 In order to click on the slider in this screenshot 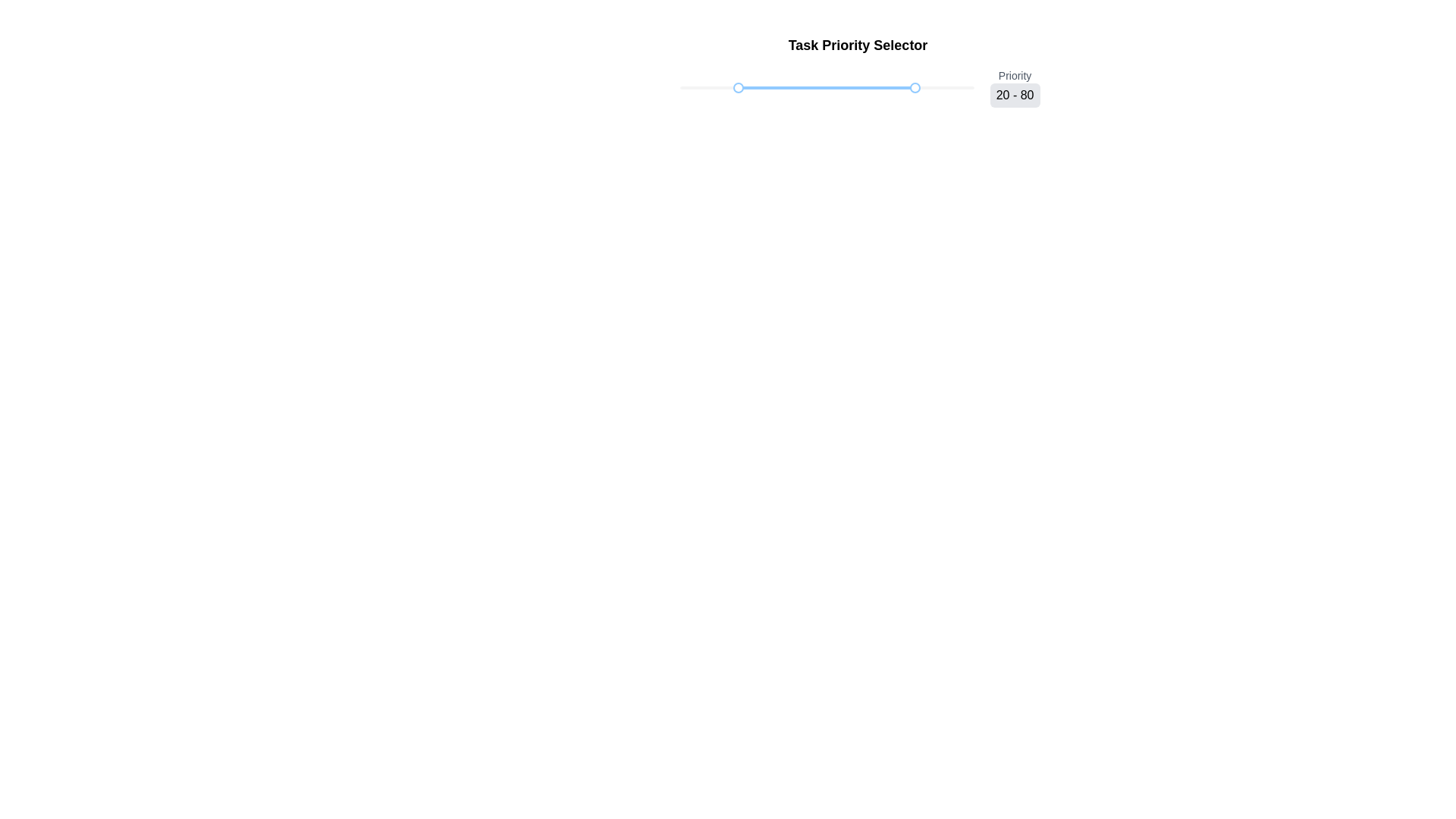, I will do `click(697, 87)`.